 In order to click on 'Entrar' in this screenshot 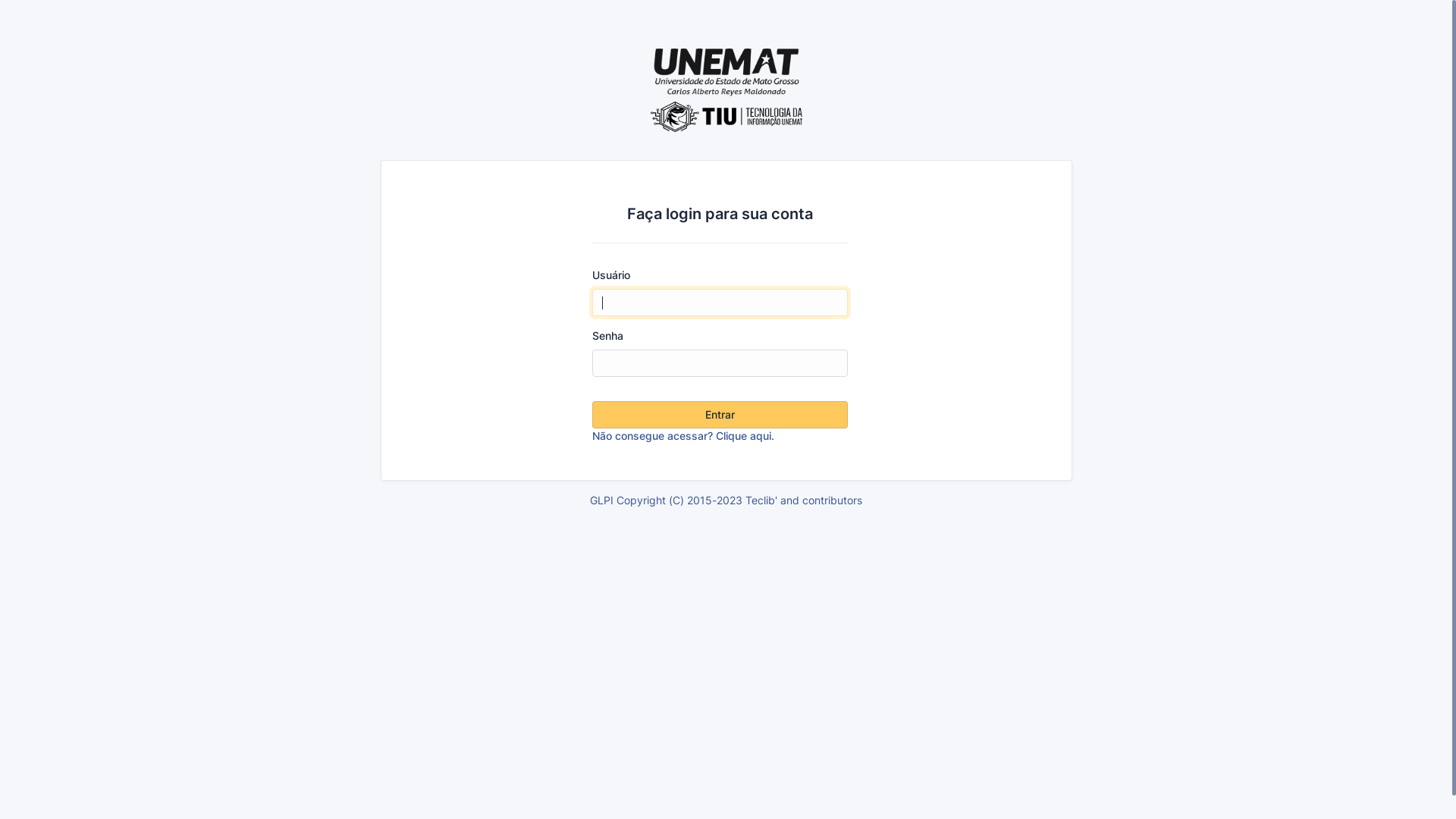, I will do `click(719, 415)`.